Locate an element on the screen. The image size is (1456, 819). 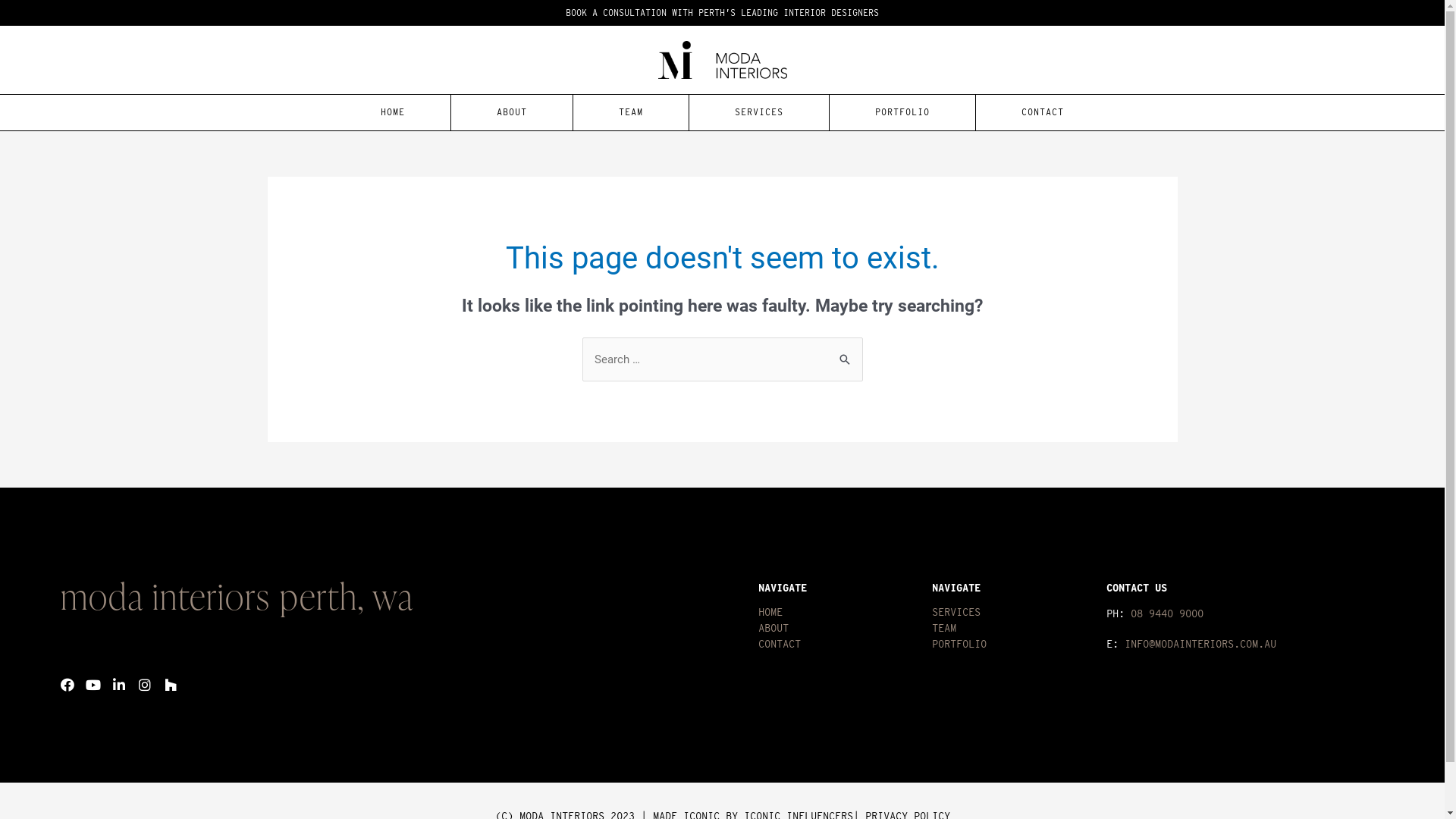
'Linkedin-in' is located at coordinates (111, 684).